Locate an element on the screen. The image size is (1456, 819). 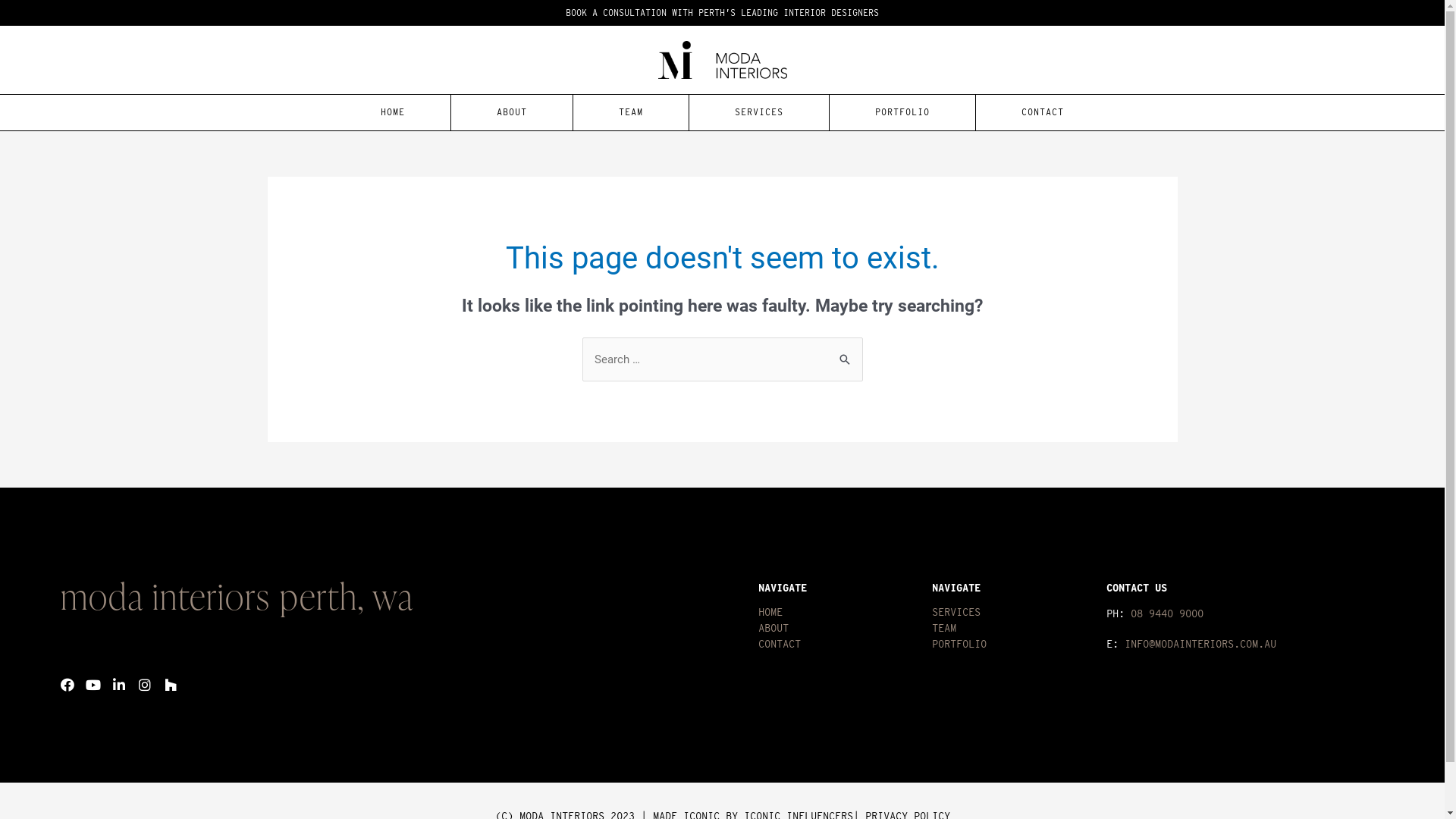
'Linkedin-in' is located at coordinates (111, 684).